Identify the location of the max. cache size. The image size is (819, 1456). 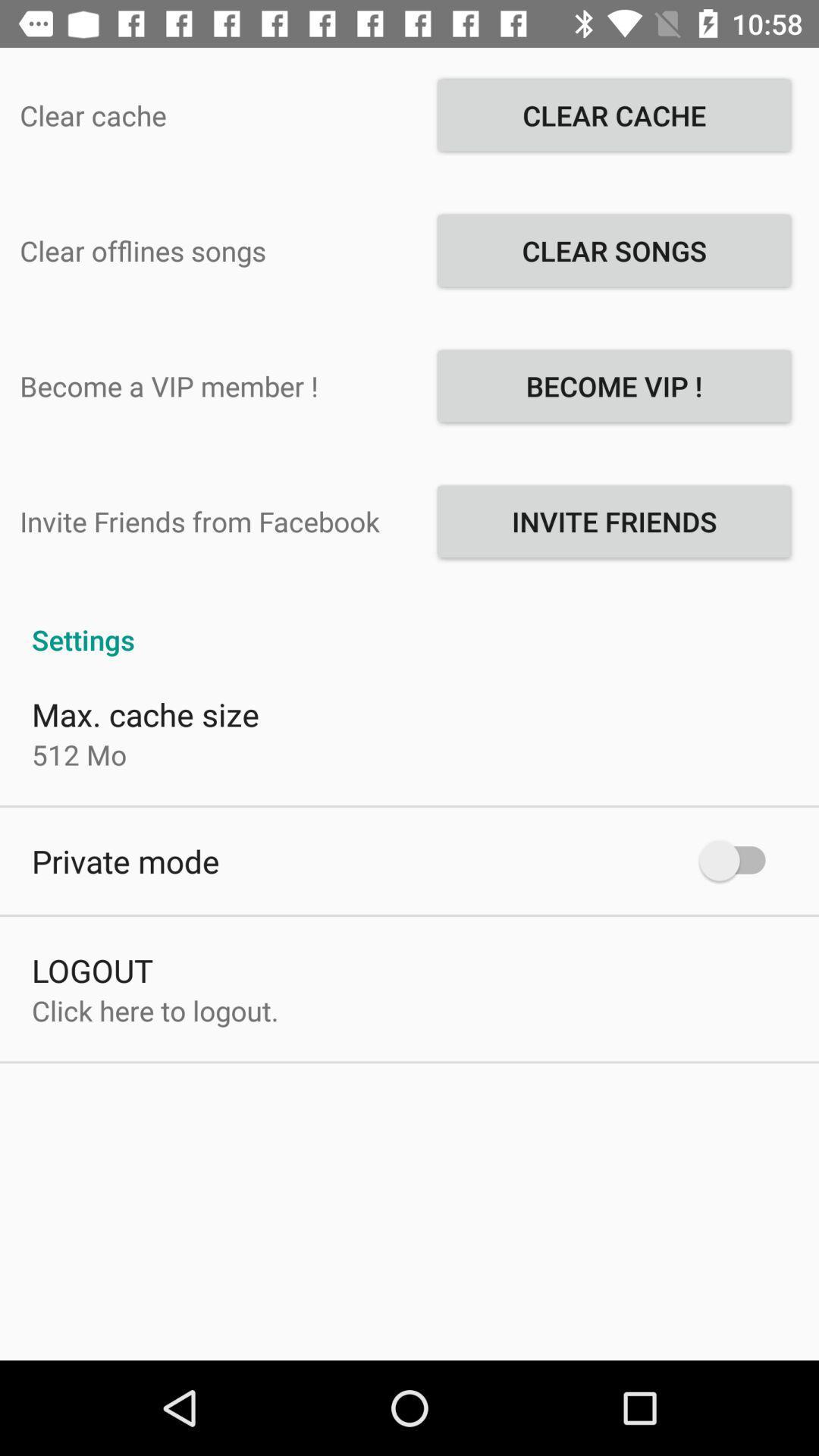
(146, 713).